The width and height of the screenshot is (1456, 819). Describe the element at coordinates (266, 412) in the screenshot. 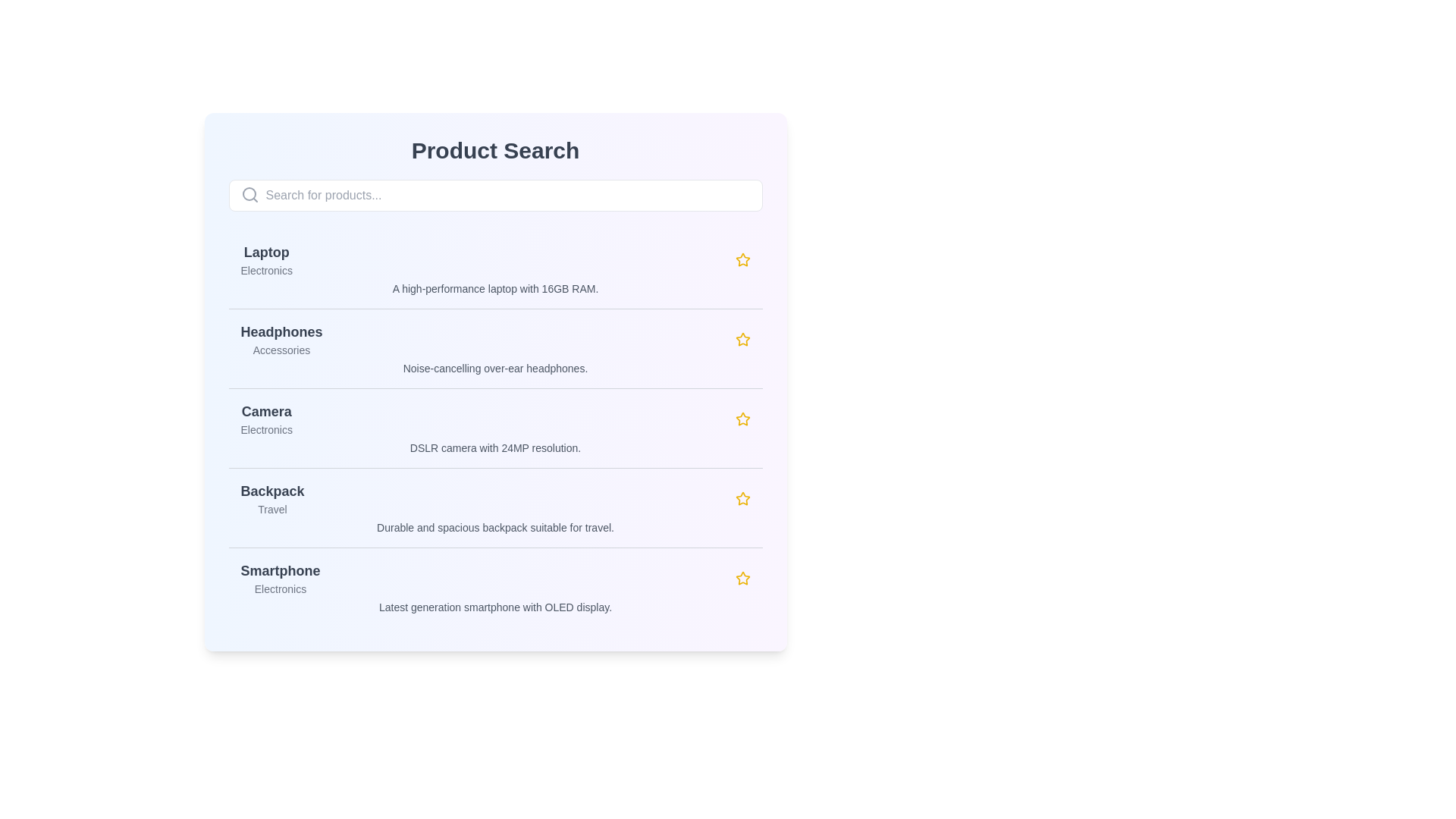

I see `the 'Camera' text label, which is styled with a larger font size and bold formatting, located in the 'Product Search' section as the third item in the list` at that location.